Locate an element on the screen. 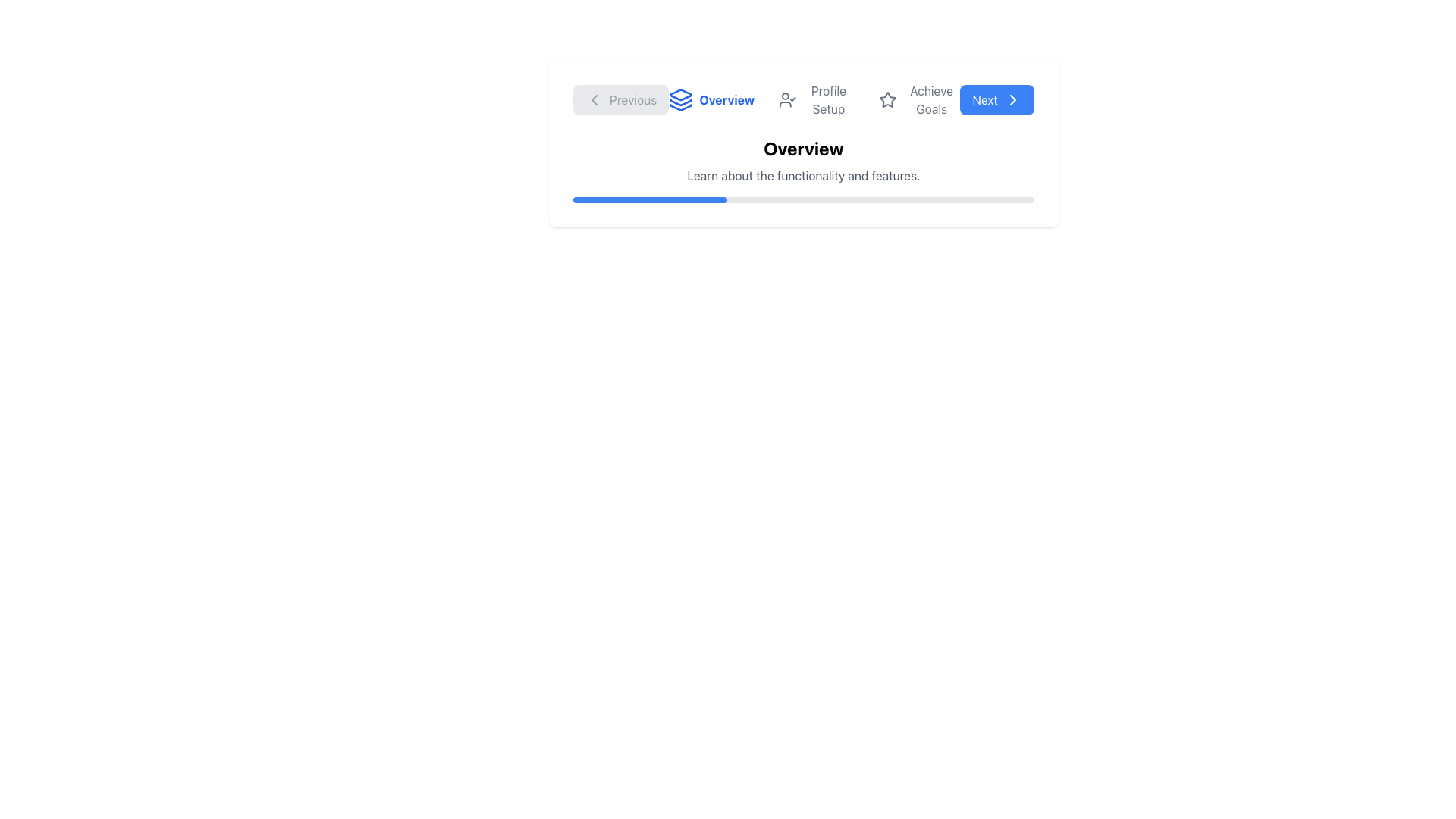  the navigation button located at the rightmost side of the navigation bar, following the 'Achieve Goals' section, to move to the next step is located at coordinates (997, 99).